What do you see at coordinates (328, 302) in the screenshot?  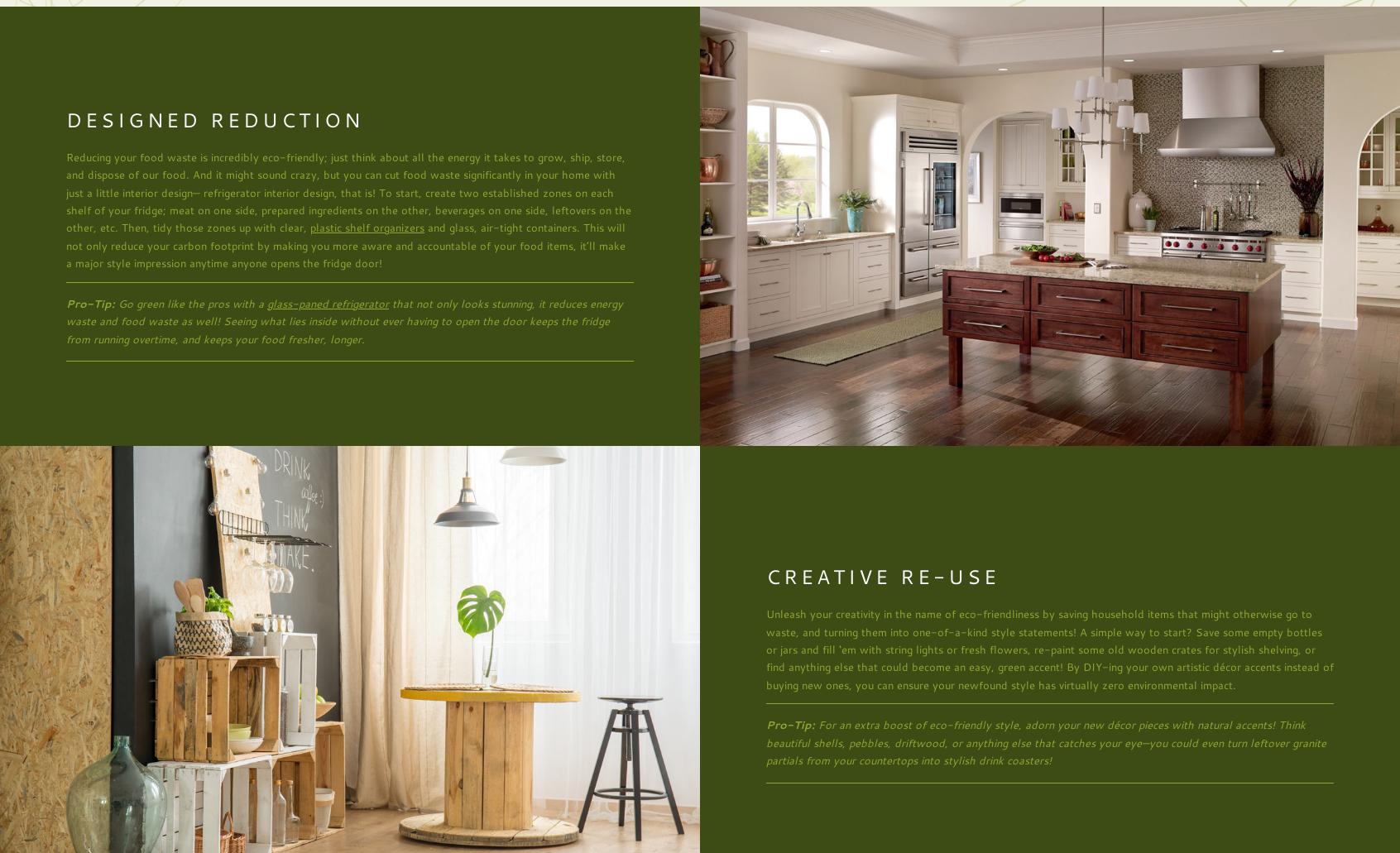 I see `'glass-paned refrigerator'` at bounding box center [328, 302].